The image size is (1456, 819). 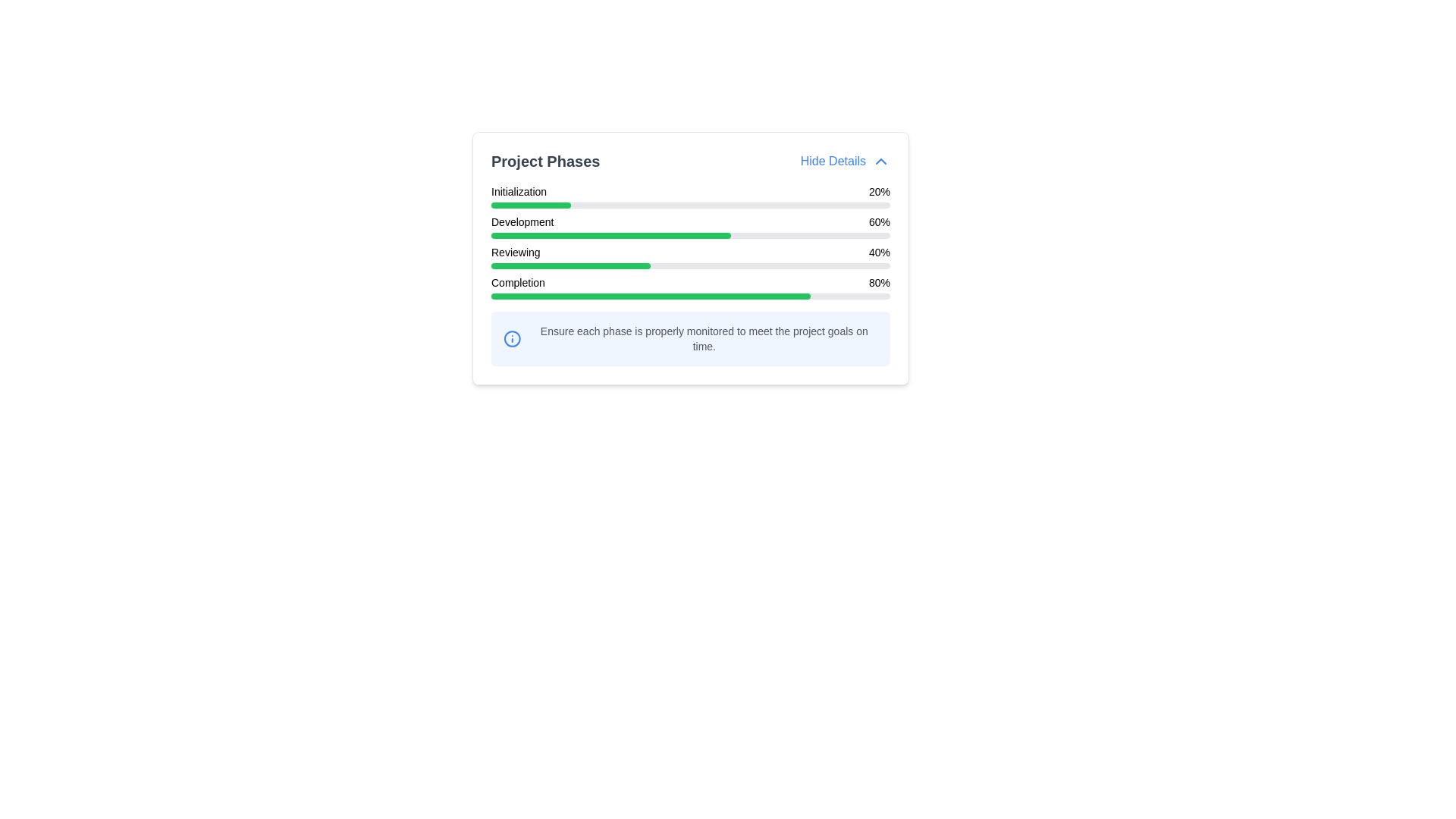 What do you see at coordinates (531, 205) in the screenshot?
I see `the green progress bar representing 20% completion located under the 'Initialization' label in the 'Project Phases' section` at bounding box center [531, 205].